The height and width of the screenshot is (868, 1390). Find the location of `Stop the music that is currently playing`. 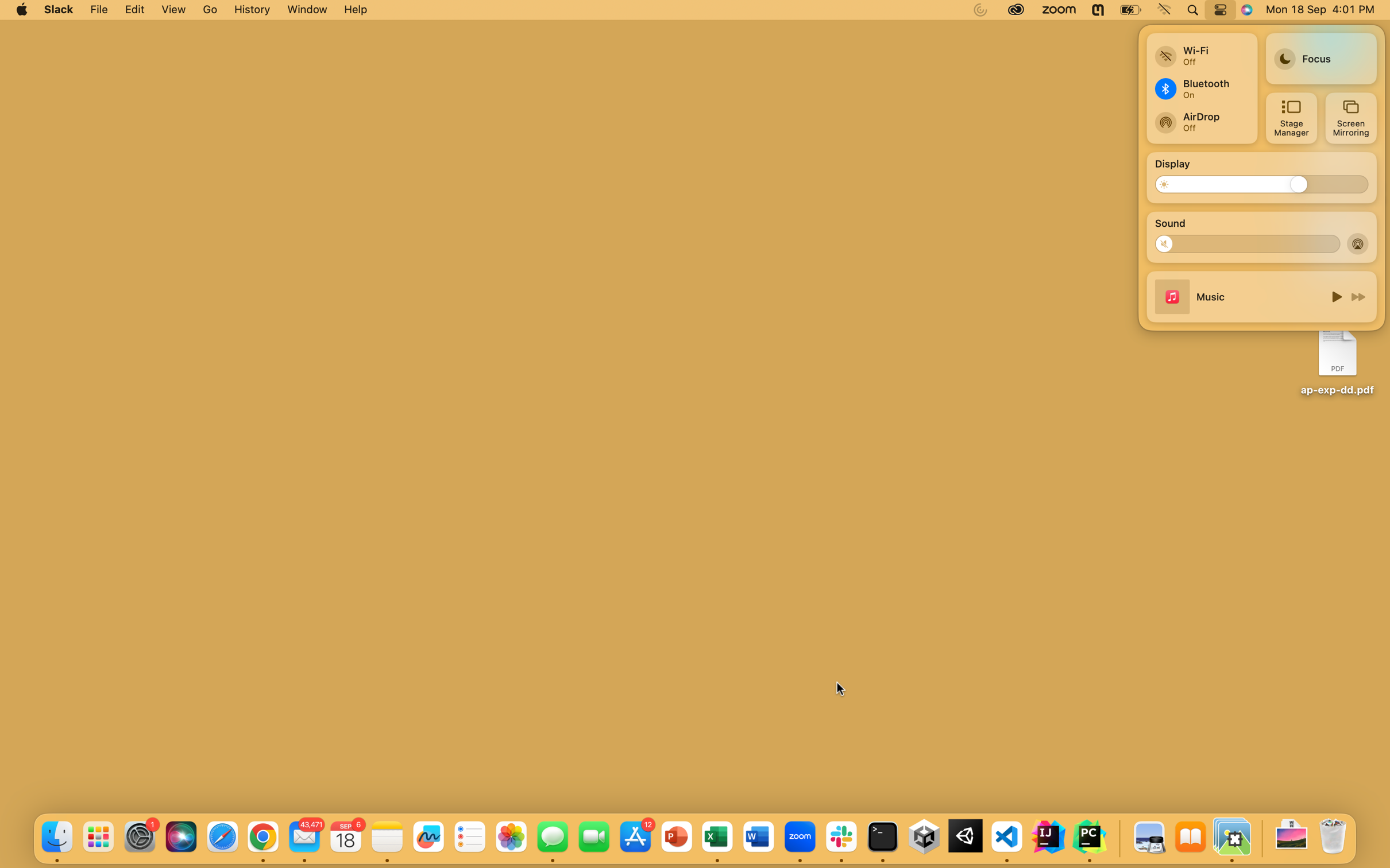

Stop the music that is currently playing is located at coordinates (1334, 296).